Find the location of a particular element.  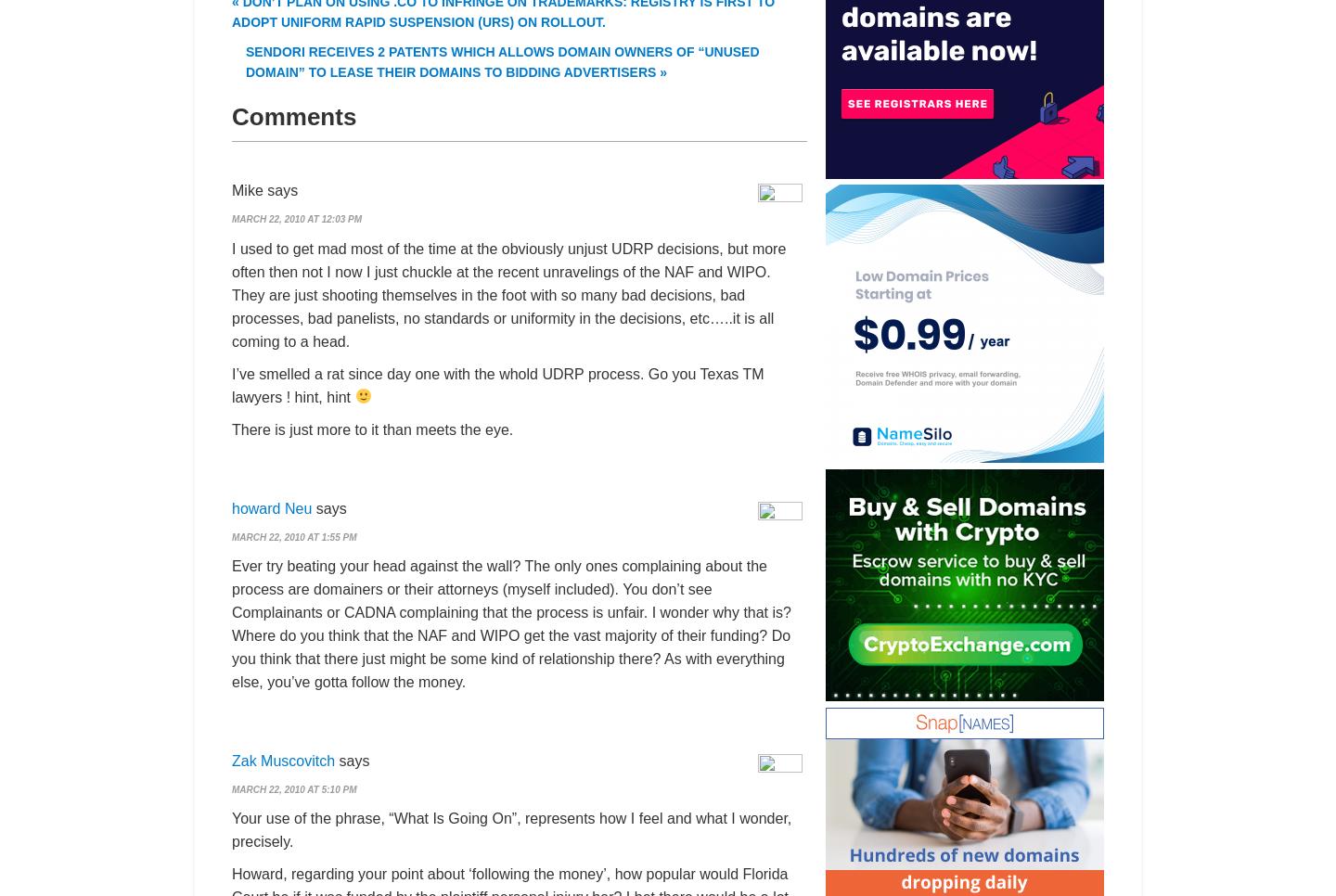

'March 22, 2010 at 5:10 pm' is located at coordinates (293, 787).